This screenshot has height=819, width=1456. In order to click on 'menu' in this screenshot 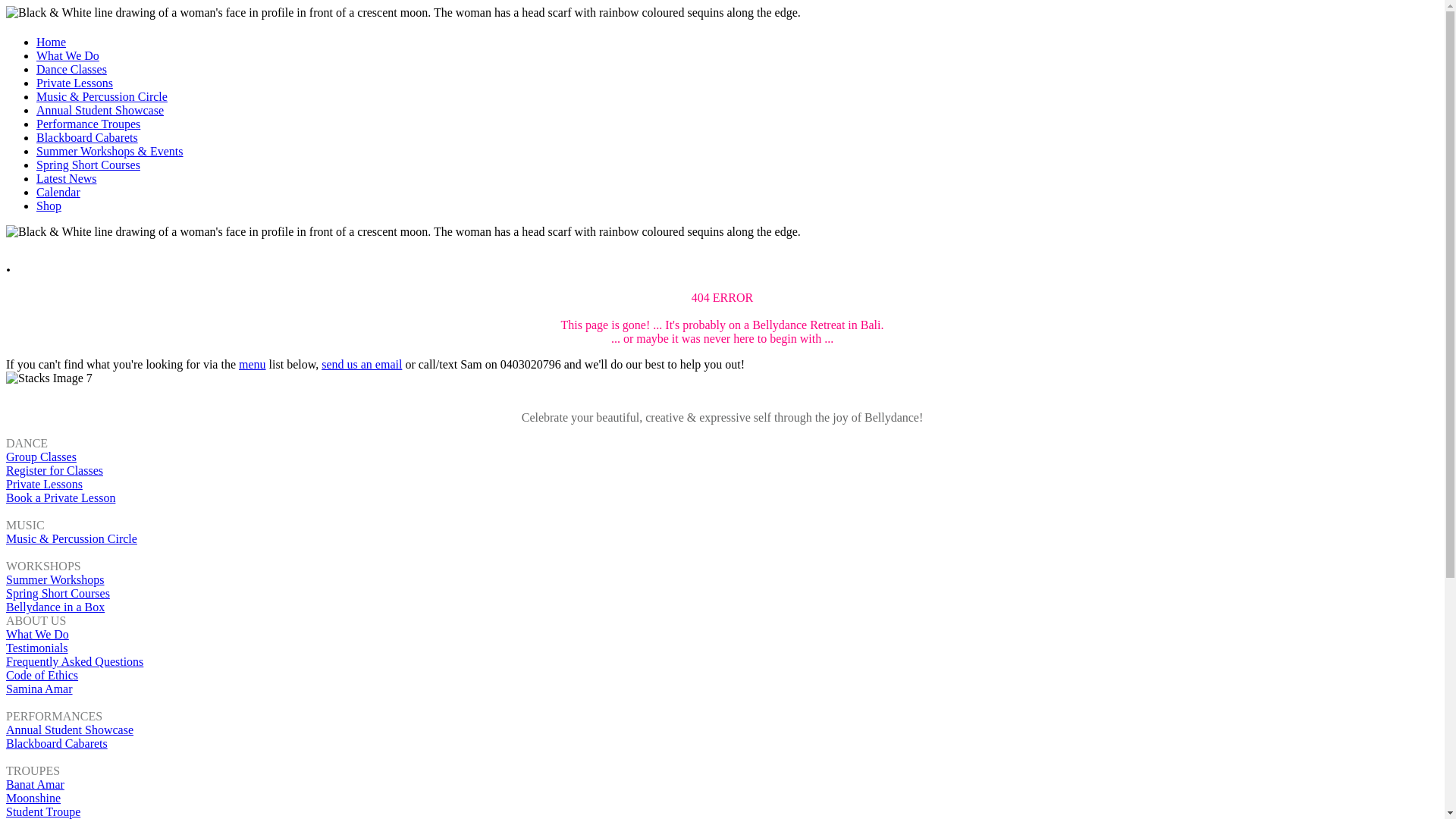, I will do `click(252, 364)`.